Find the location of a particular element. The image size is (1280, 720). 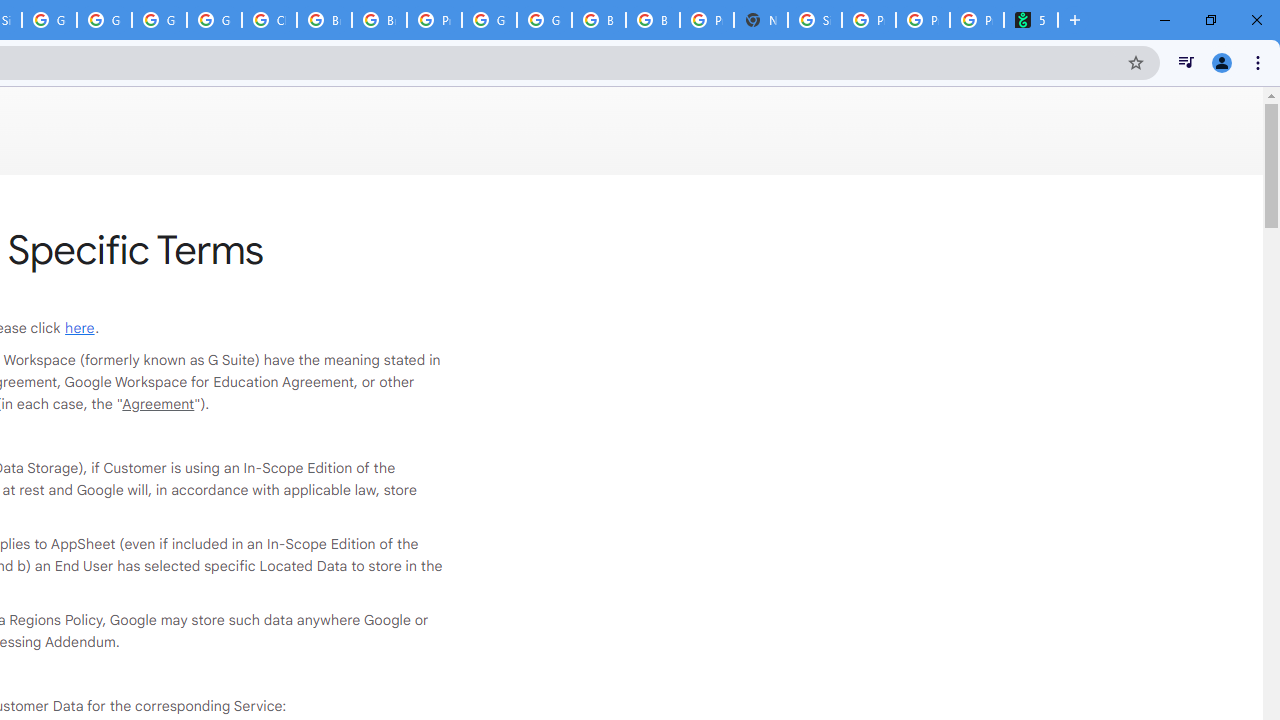

'Google Cloud Platform' is located at coordinates (489, 20).